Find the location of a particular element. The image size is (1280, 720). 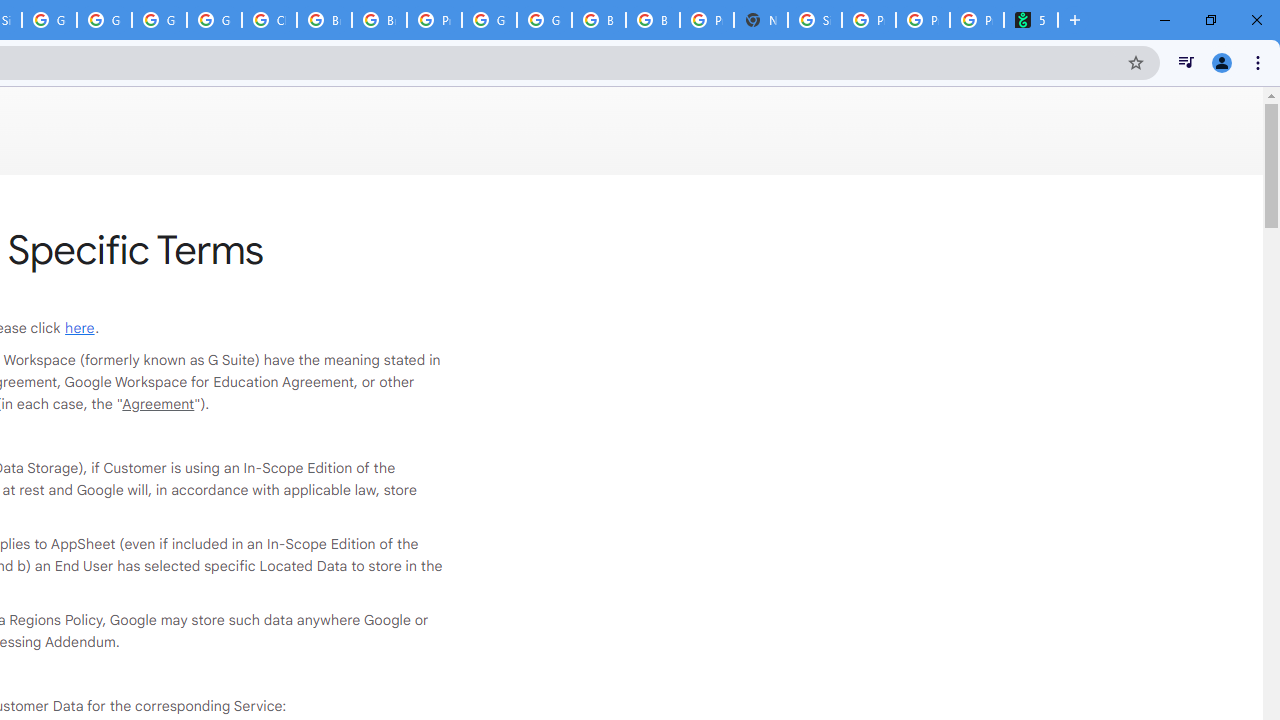

'Google Cloud Platform' is located at coordinates (489, 20).